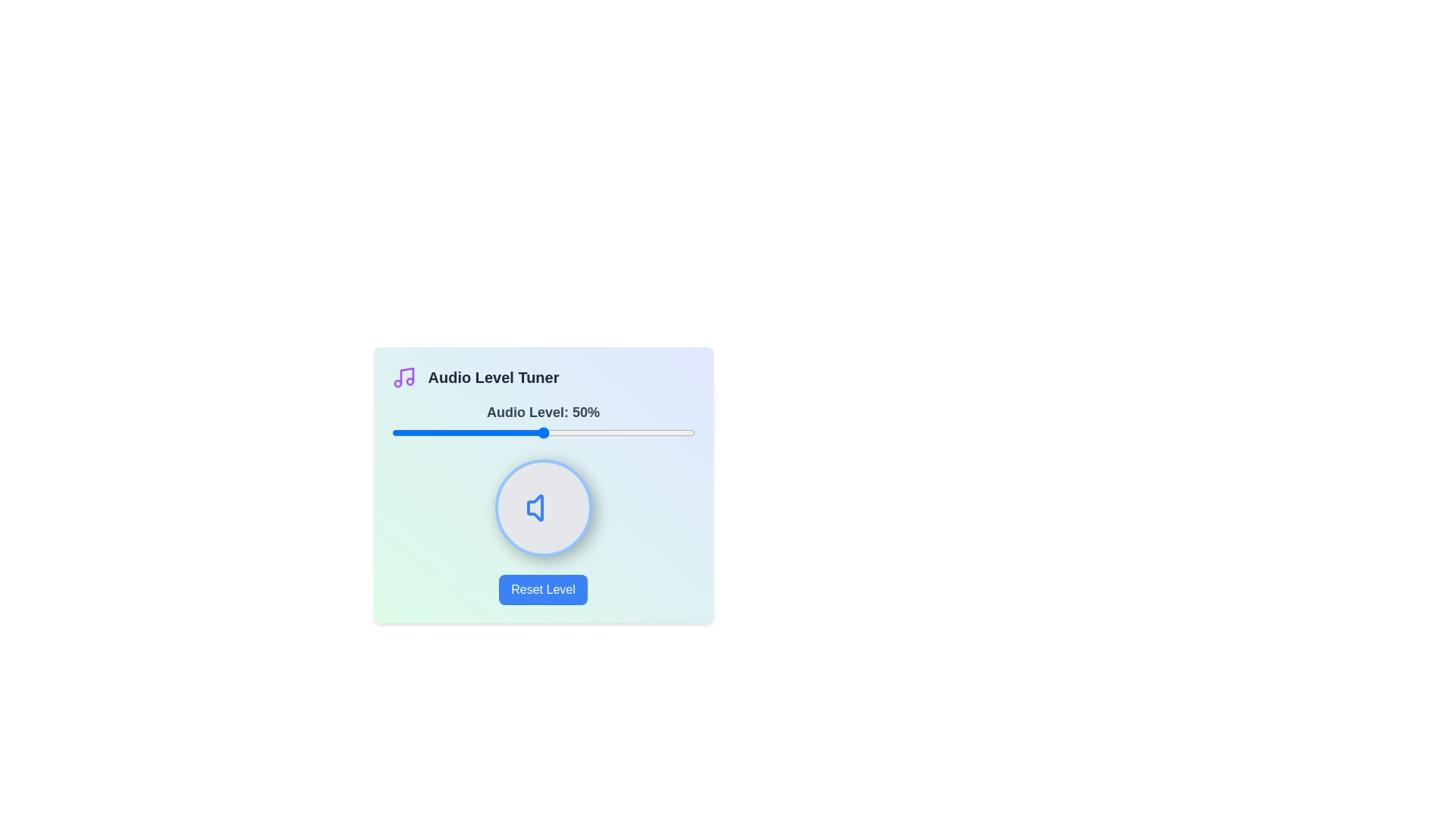 The height and width of the screenshot is (819, 1456). Describe the element at coordinates (543, 589) in the screenshot. I see `reset button to set the audio level to 50%` at that location.